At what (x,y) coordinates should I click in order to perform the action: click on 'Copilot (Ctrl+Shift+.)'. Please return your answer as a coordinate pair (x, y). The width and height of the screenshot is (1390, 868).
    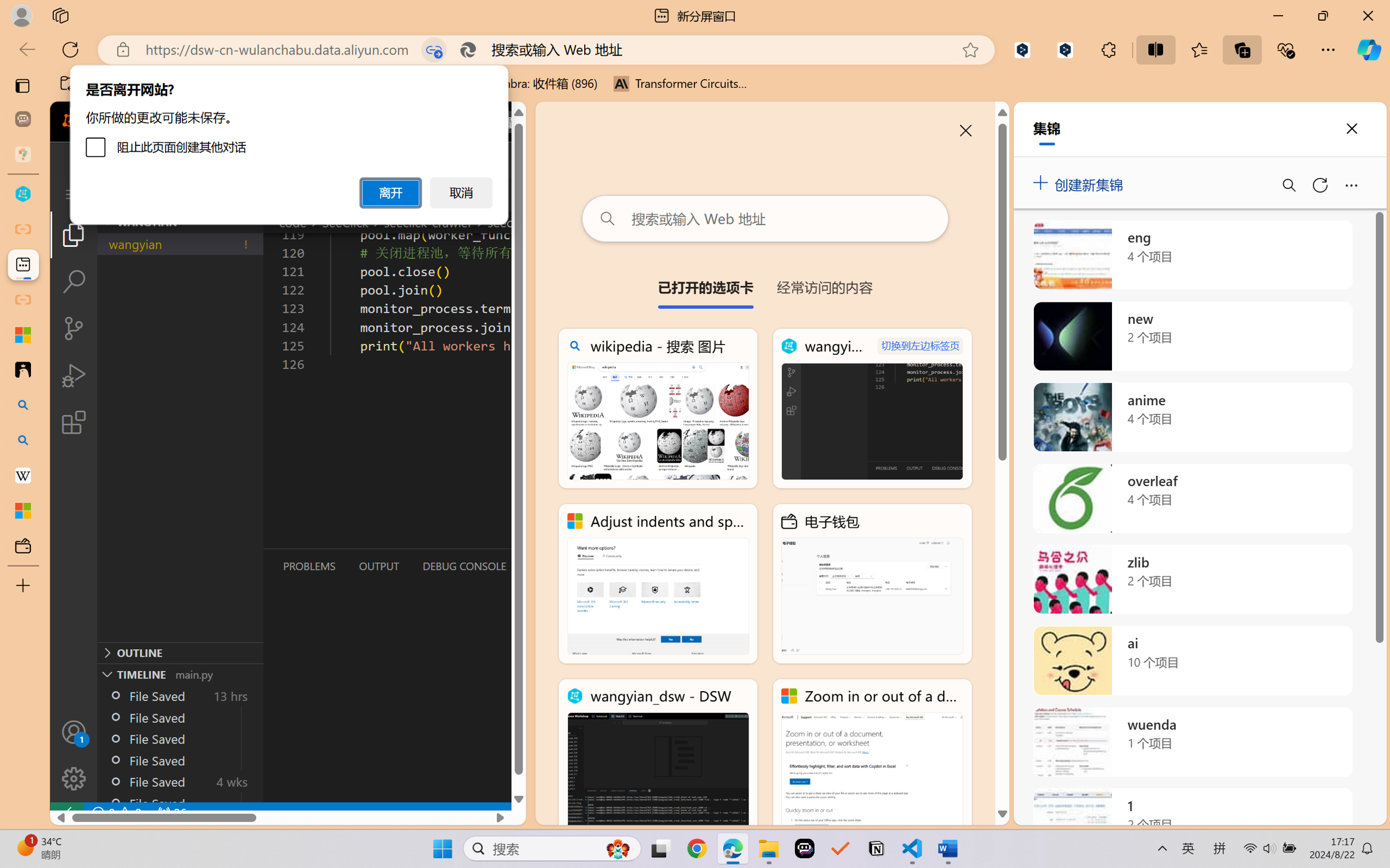
    Looking at the image, I should click on (1369, 49).